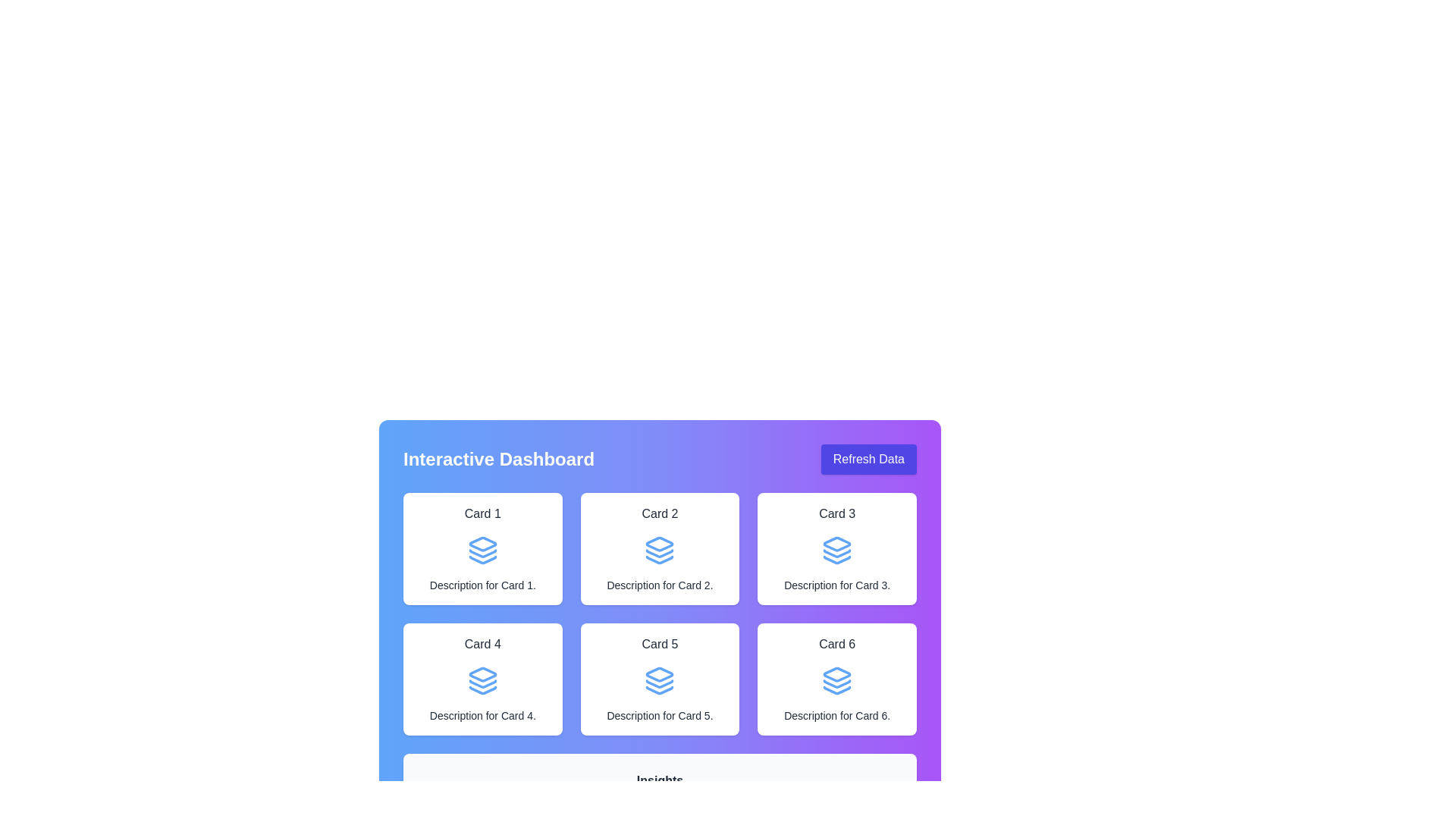  I want to click on the decorative vector graphic located in the bottom layer of the stack icon within the sixth card of a 2x3 card grid, so click(836, 690).